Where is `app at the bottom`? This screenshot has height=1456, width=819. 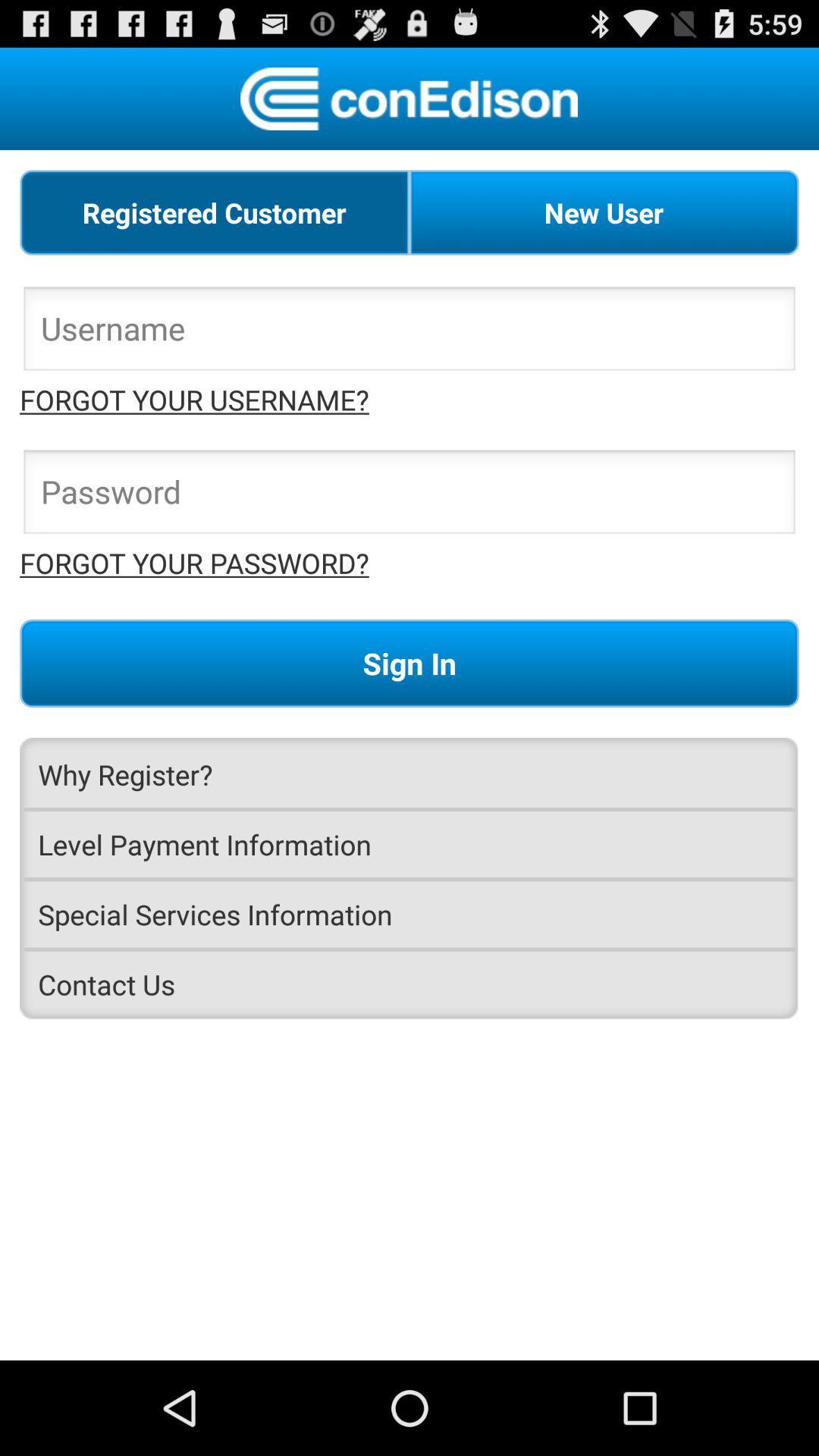
app at the bottom is located at coordinates (409, 984).